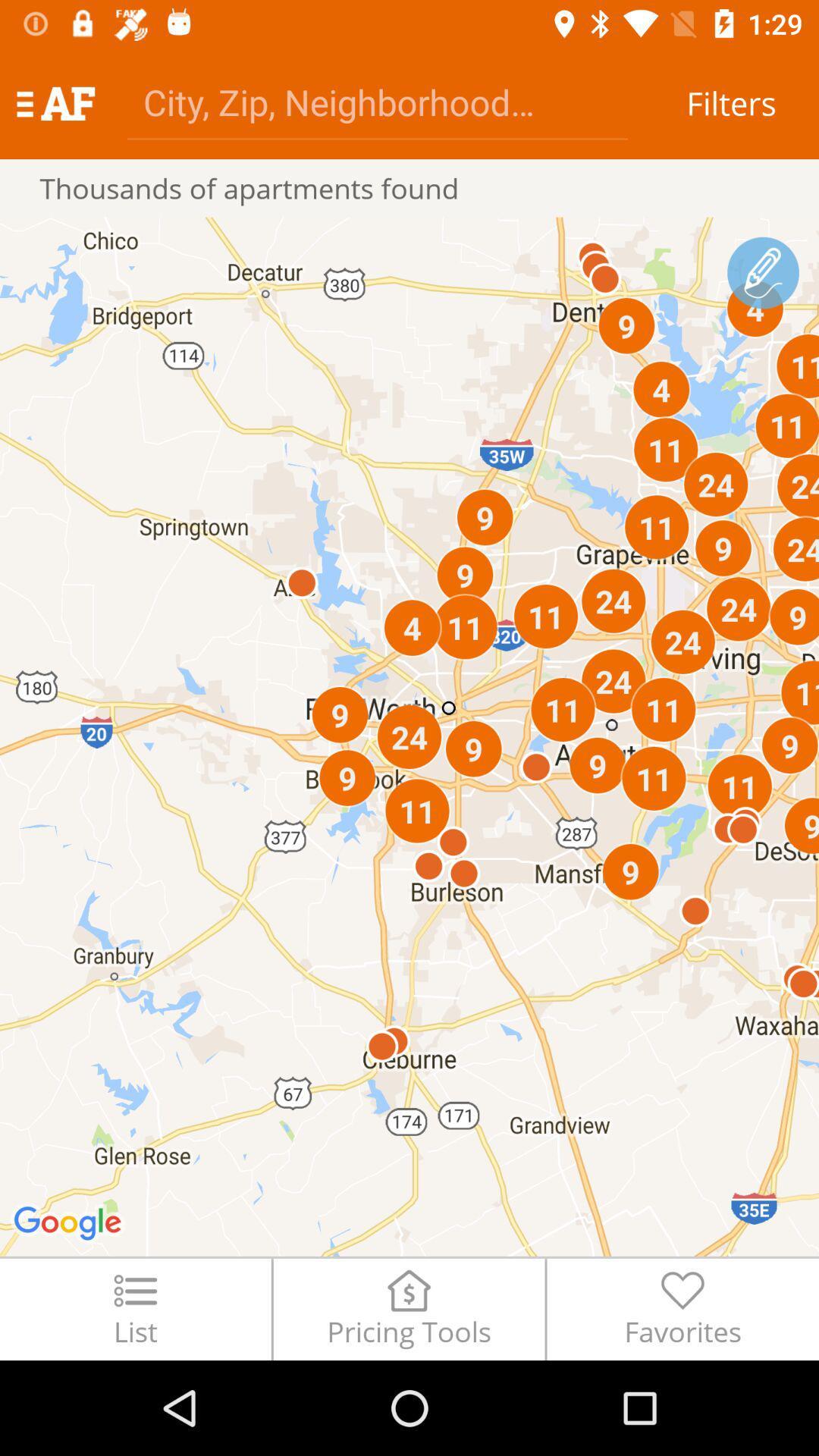  I want to click on item next to filters item, so click(376, 101).